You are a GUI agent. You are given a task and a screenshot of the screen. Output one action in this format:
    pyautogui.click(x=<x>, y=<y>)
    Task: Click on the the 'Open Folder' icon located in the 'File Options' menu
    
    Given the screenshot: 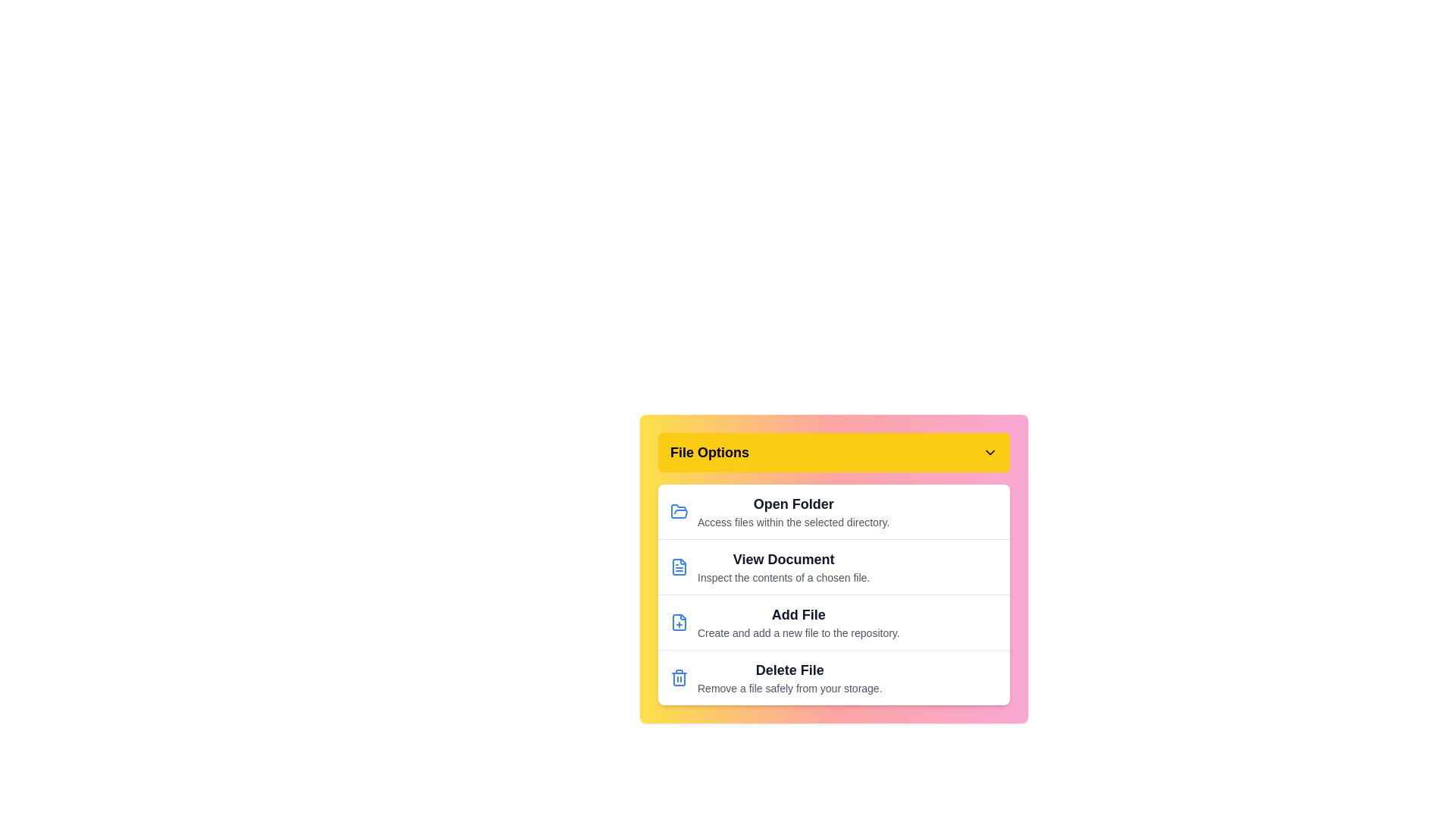 What is the action you would take?
    pyautogui.click(x=679, y=511)
    